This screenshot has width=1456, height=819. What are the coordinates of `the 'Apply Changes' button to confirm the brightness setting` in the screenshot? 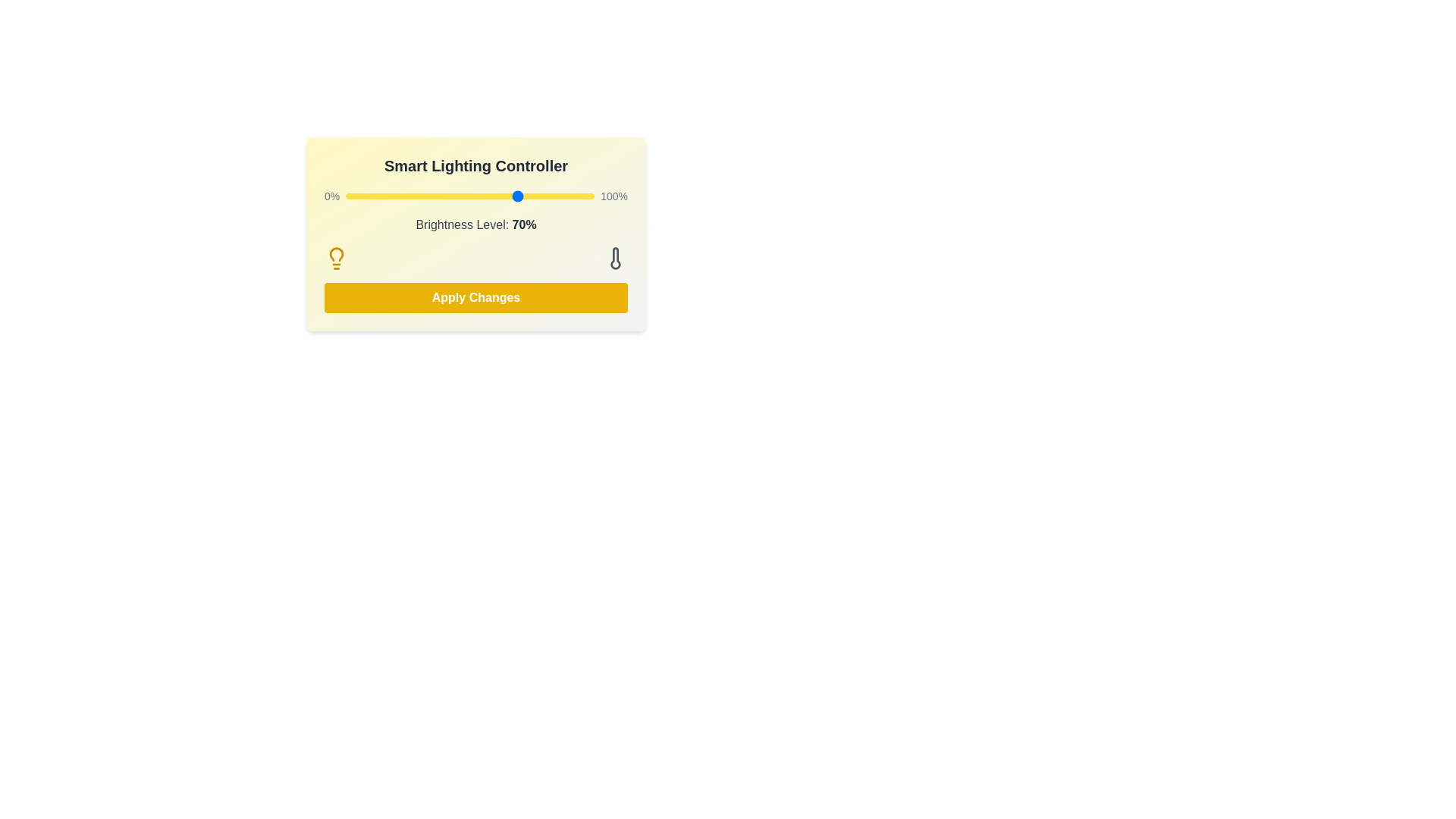 It's located at (475, 298).